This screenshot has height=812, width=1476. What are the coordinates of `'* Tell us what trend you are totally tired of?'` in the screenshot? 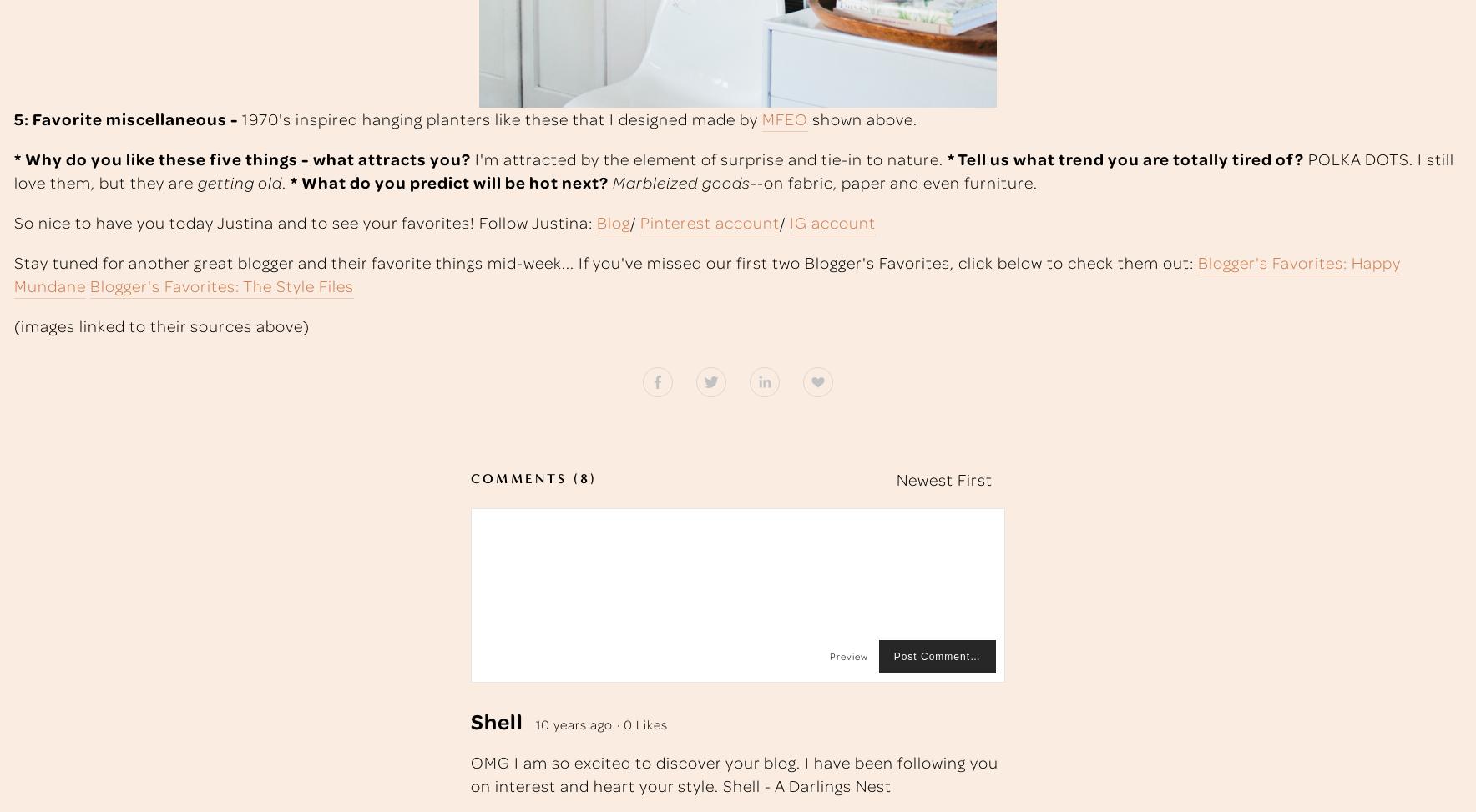 It's located at (1125, 158).